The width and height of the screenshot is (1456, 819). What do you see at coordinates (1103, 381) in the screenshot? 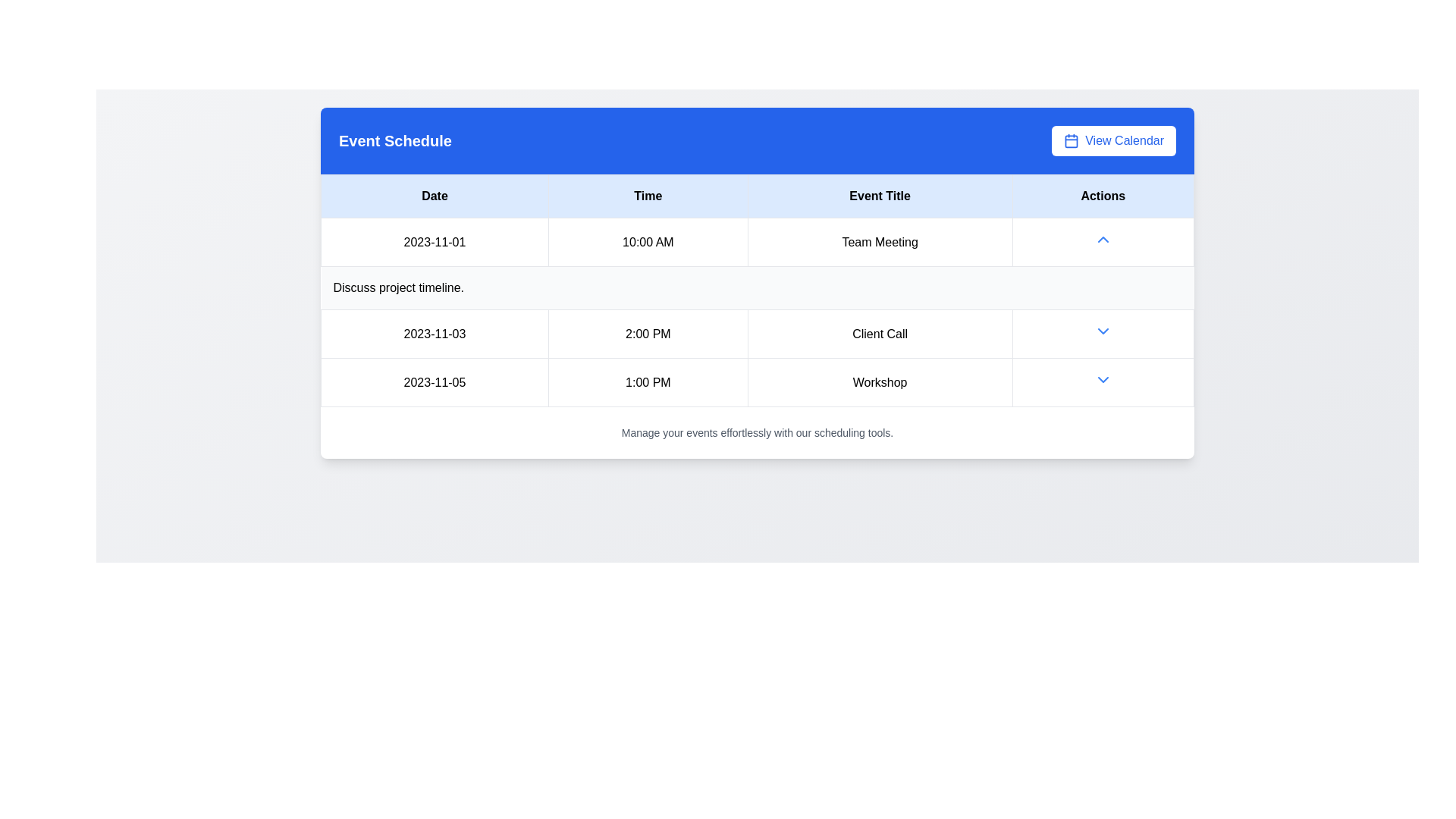
I see `the small, blue downward-pointing arrow icon located in the 'Actions' column of the last row in the table near the 'Workshop' event` at bounding box center [1103, 381].